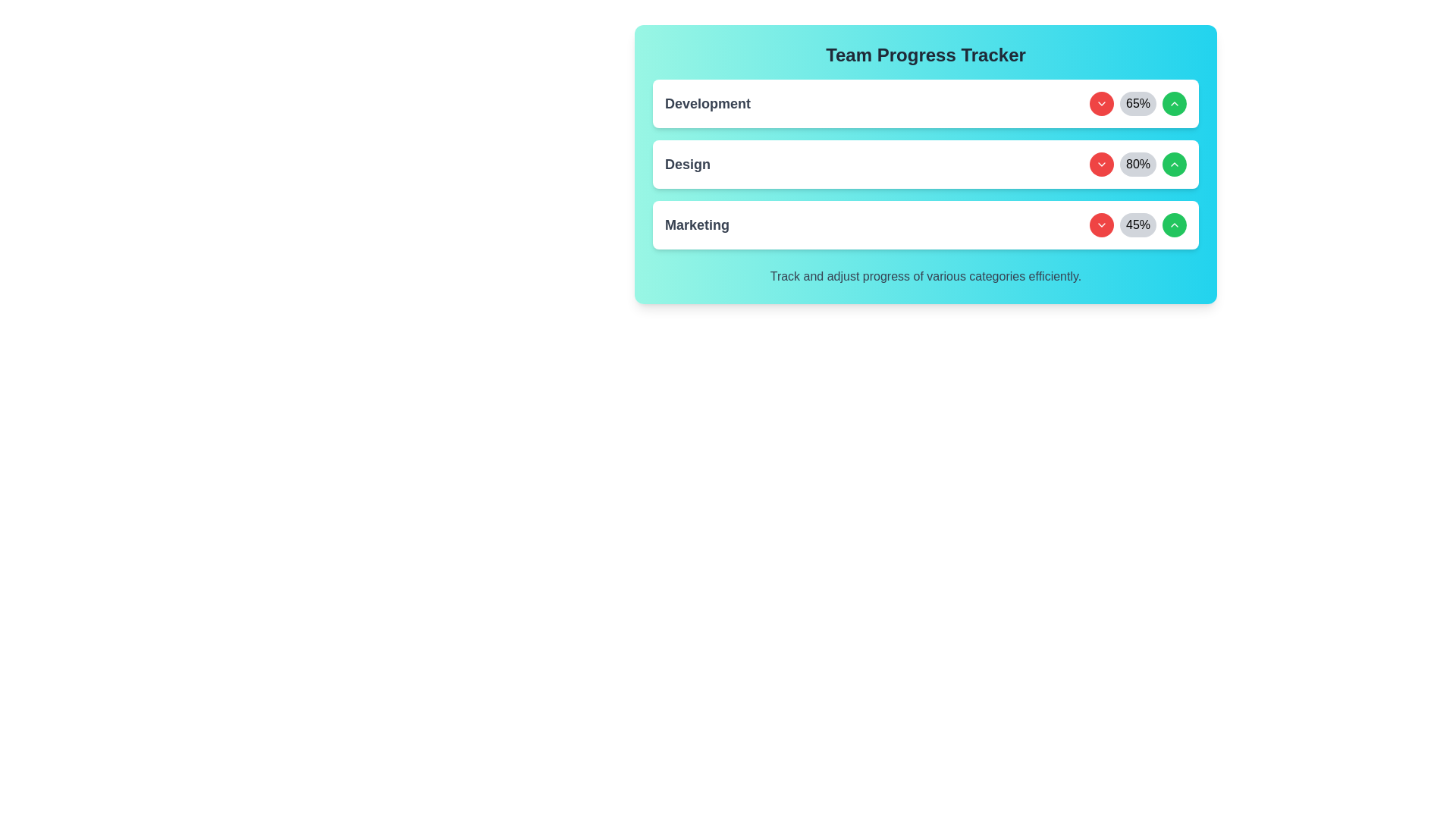  Describe the element at coordinates (1174, 164) in the screenshot. I see `the circular interactive button with an icon to increase the progress percentage for the 'Design' category in the tracker, located to the right of the percentage display ('80%')` at that location.